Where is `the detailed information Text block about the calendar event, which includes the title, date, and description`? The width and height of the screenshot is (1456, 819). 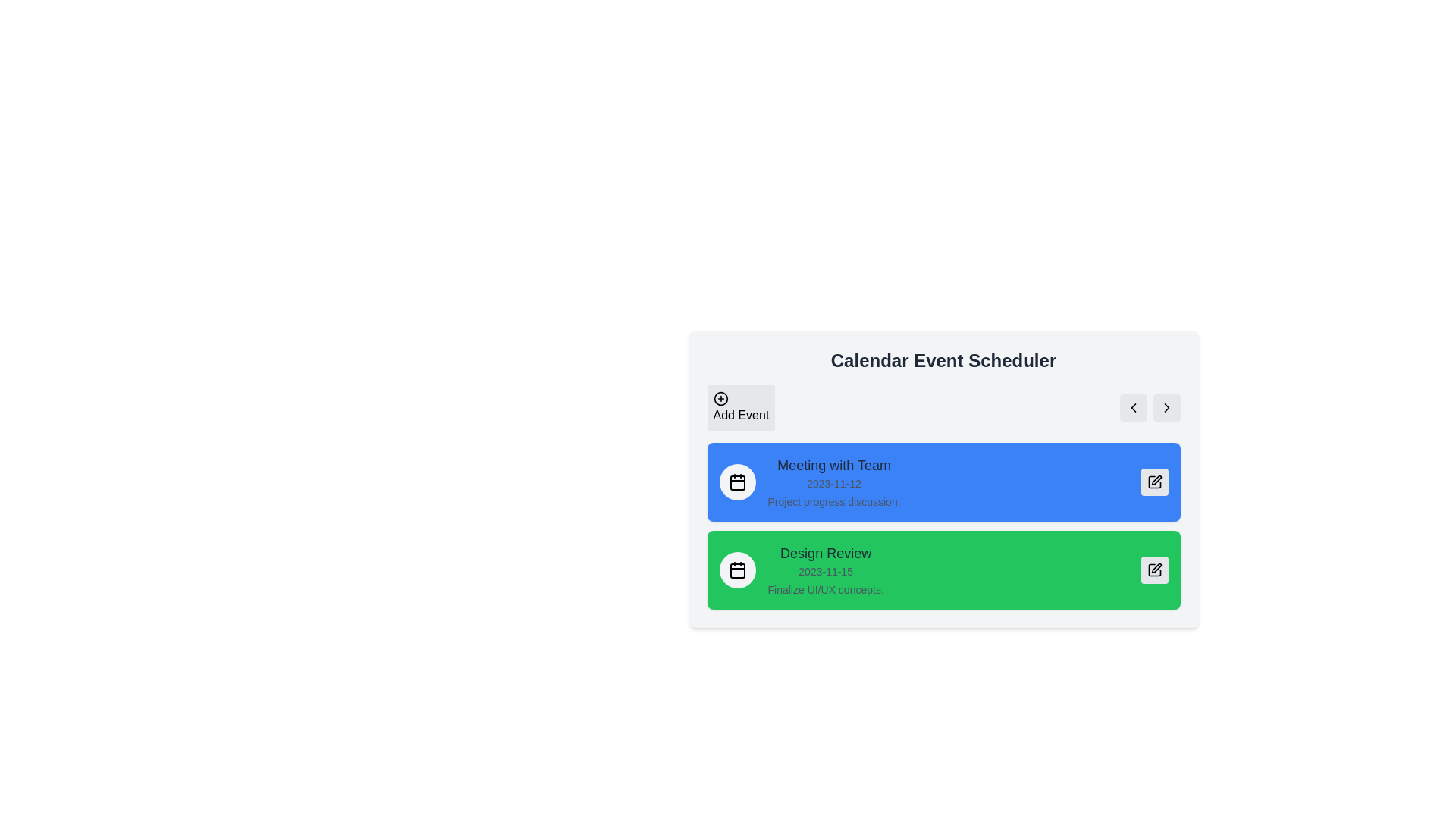 the detailed information Text block about the calendar event, which includes the title, date, and description is located at coordinates (833, 482).